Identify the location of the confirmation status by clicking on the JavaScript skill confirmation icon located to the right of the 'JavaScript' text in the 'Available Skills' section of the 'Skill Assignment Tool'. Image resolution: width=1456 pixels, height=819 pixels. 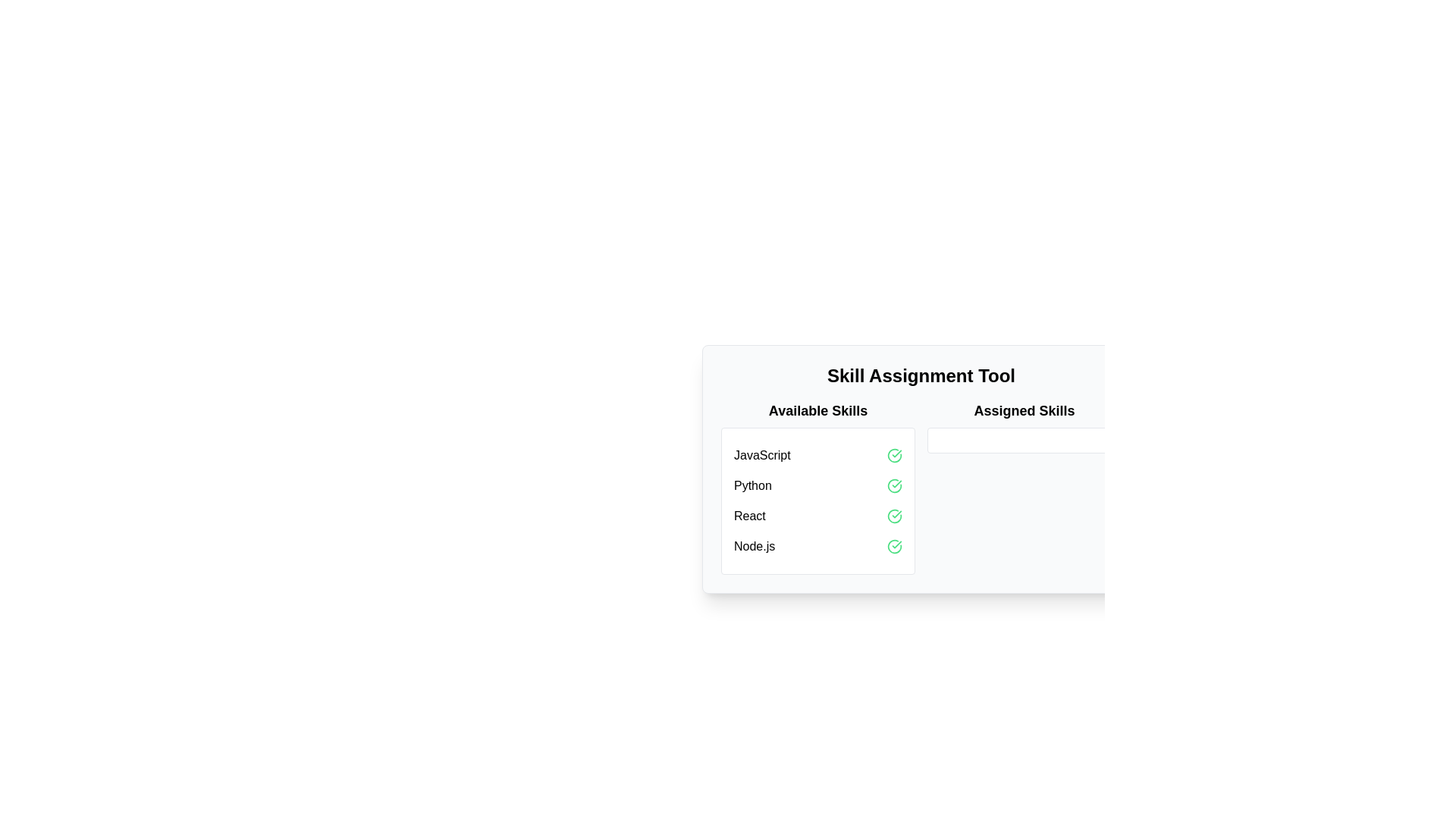
(895, 455).